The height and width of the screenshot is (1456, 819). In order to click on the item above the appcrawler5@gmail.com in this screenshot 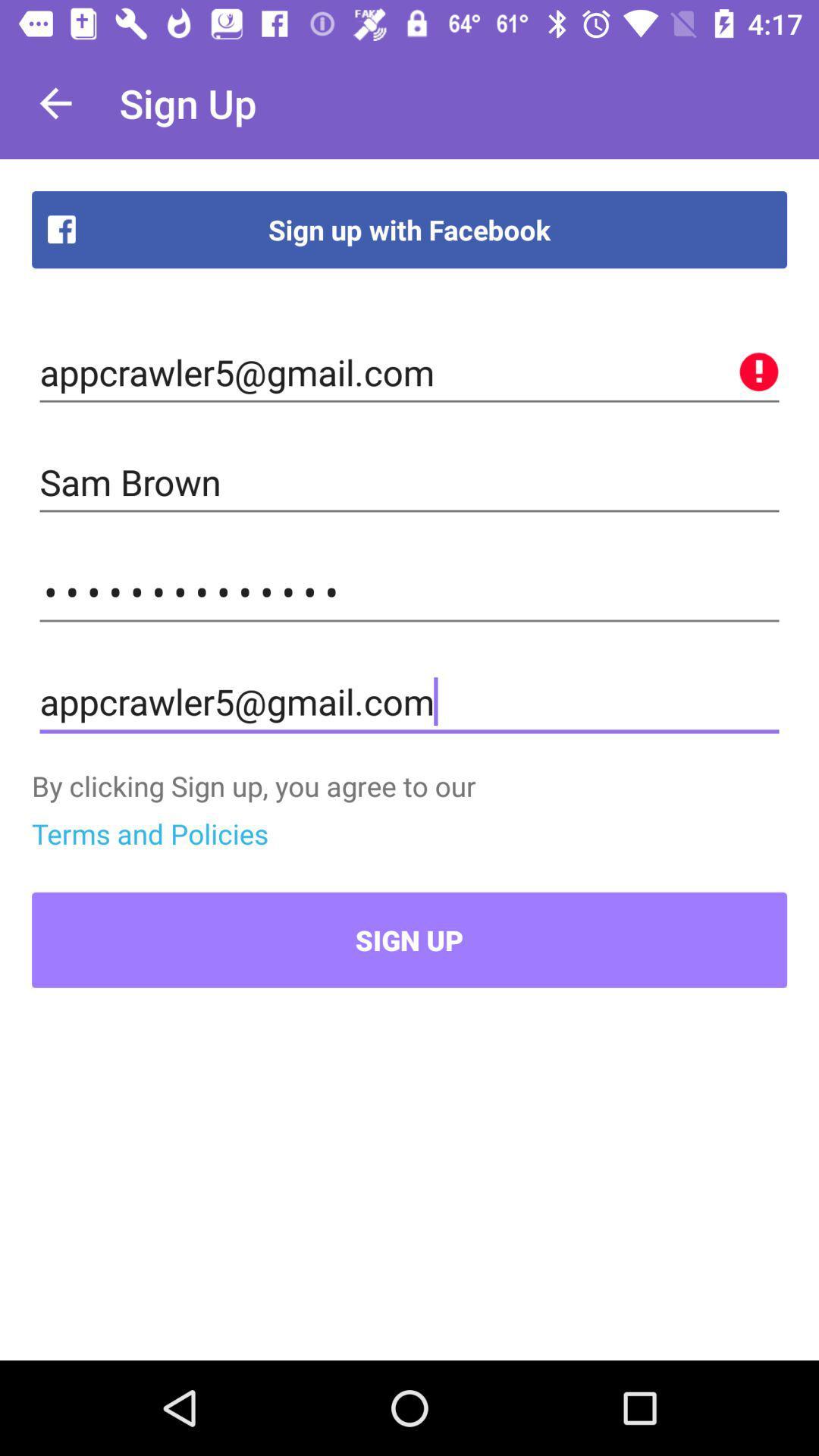, I will do `click(409, 591)`.